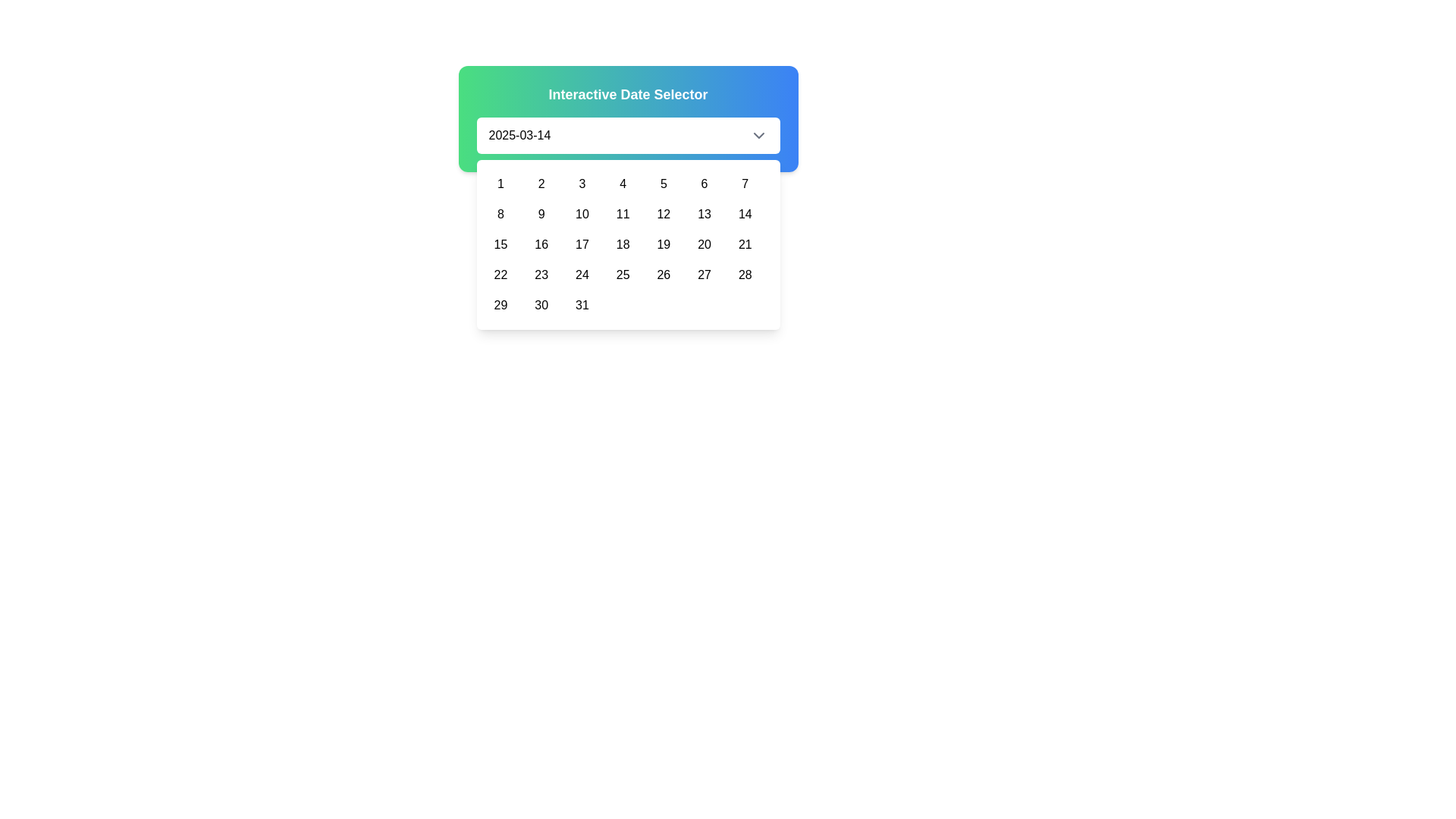  What do you see at coordinates (541, 244) in the screenshot?
I see `the rounded square button labeled '16'` at bounding box center [541, 244].